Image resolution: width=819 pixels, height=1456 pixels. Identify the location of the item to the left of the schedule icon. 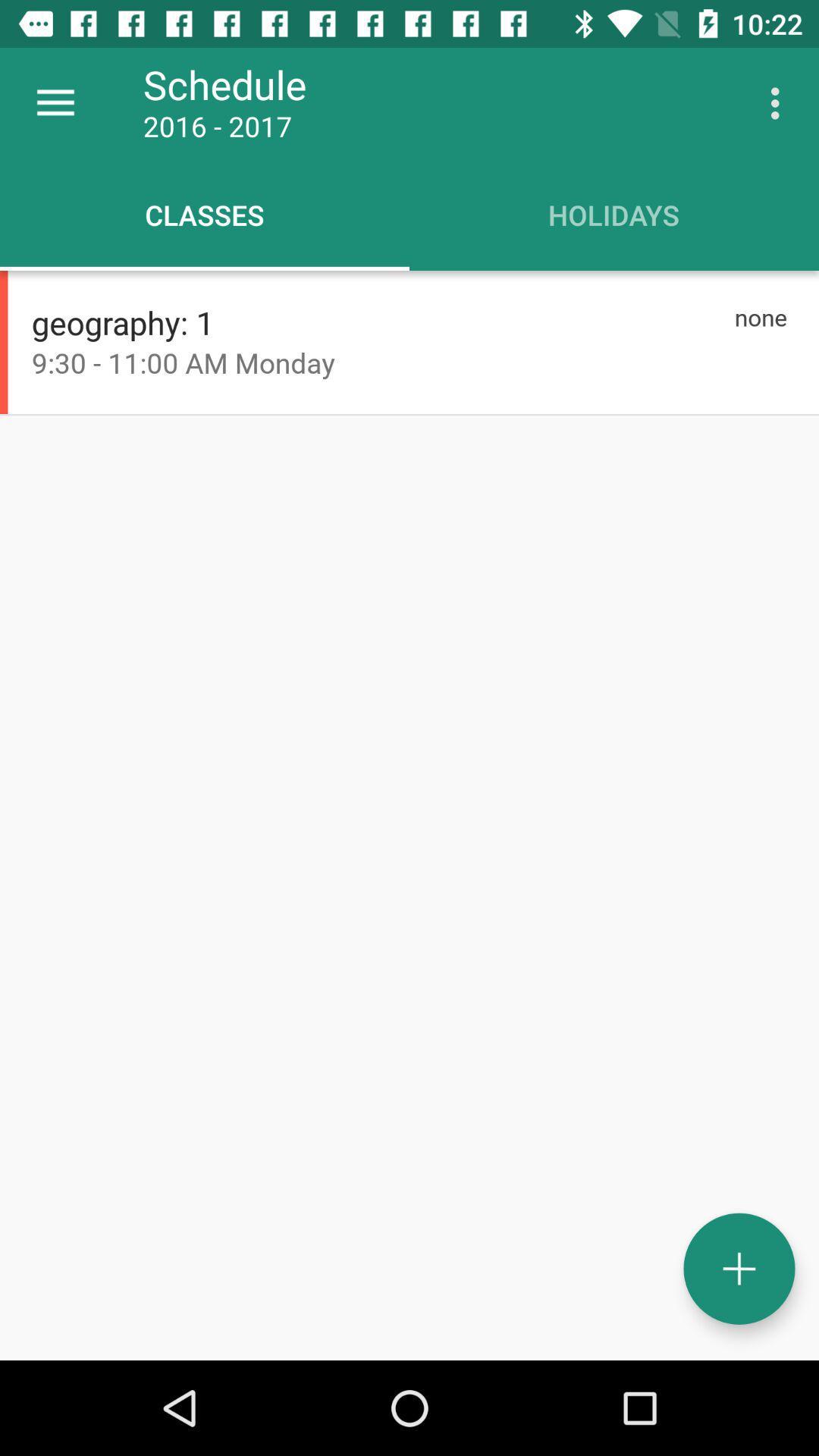
(55, 102).